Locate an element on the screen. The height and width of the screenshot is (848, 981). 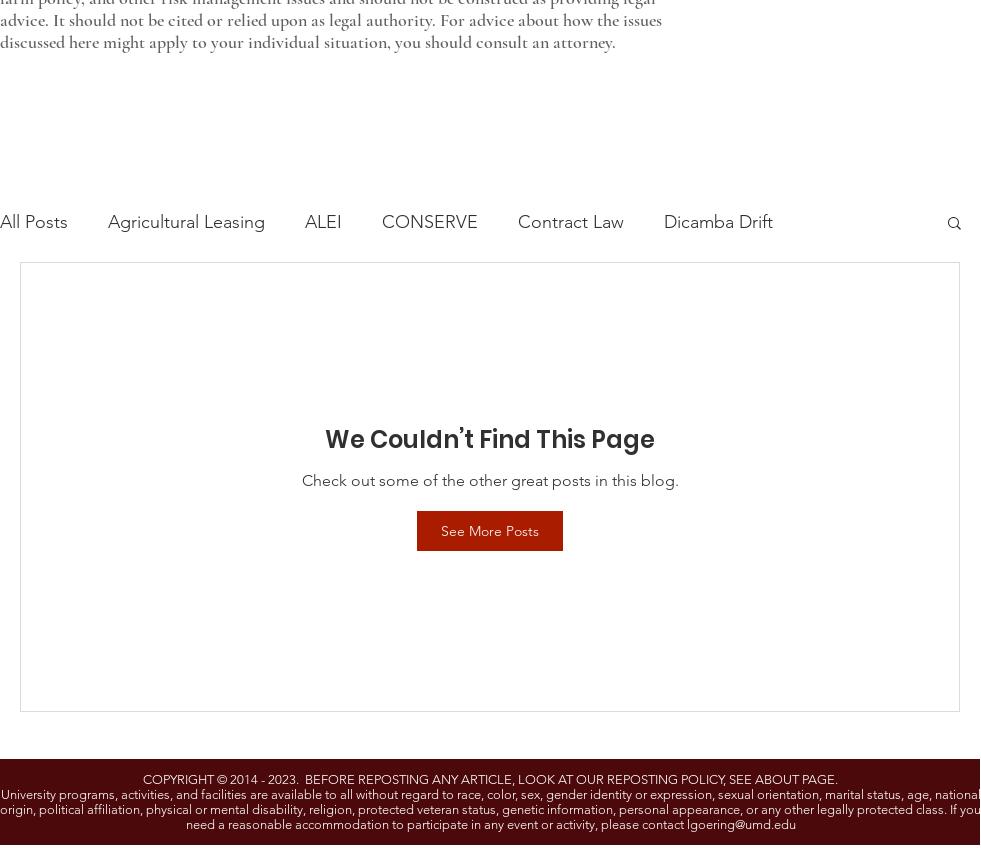
'Frequently Asked Question' is located at coordinates (545, 301).